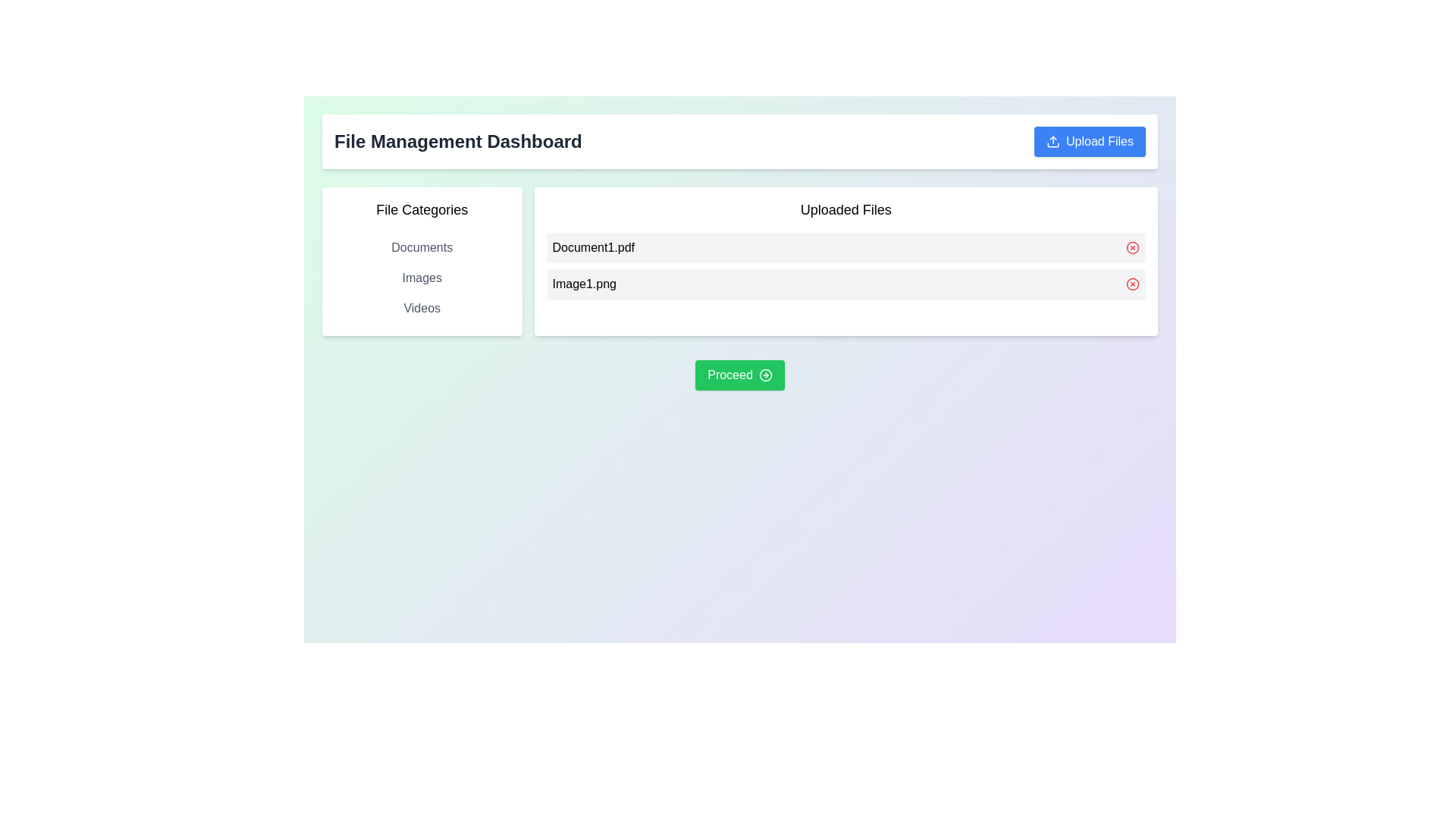  I want to click on the green 'Proceed' button with a white circular arrow icon, so click(739, 375).